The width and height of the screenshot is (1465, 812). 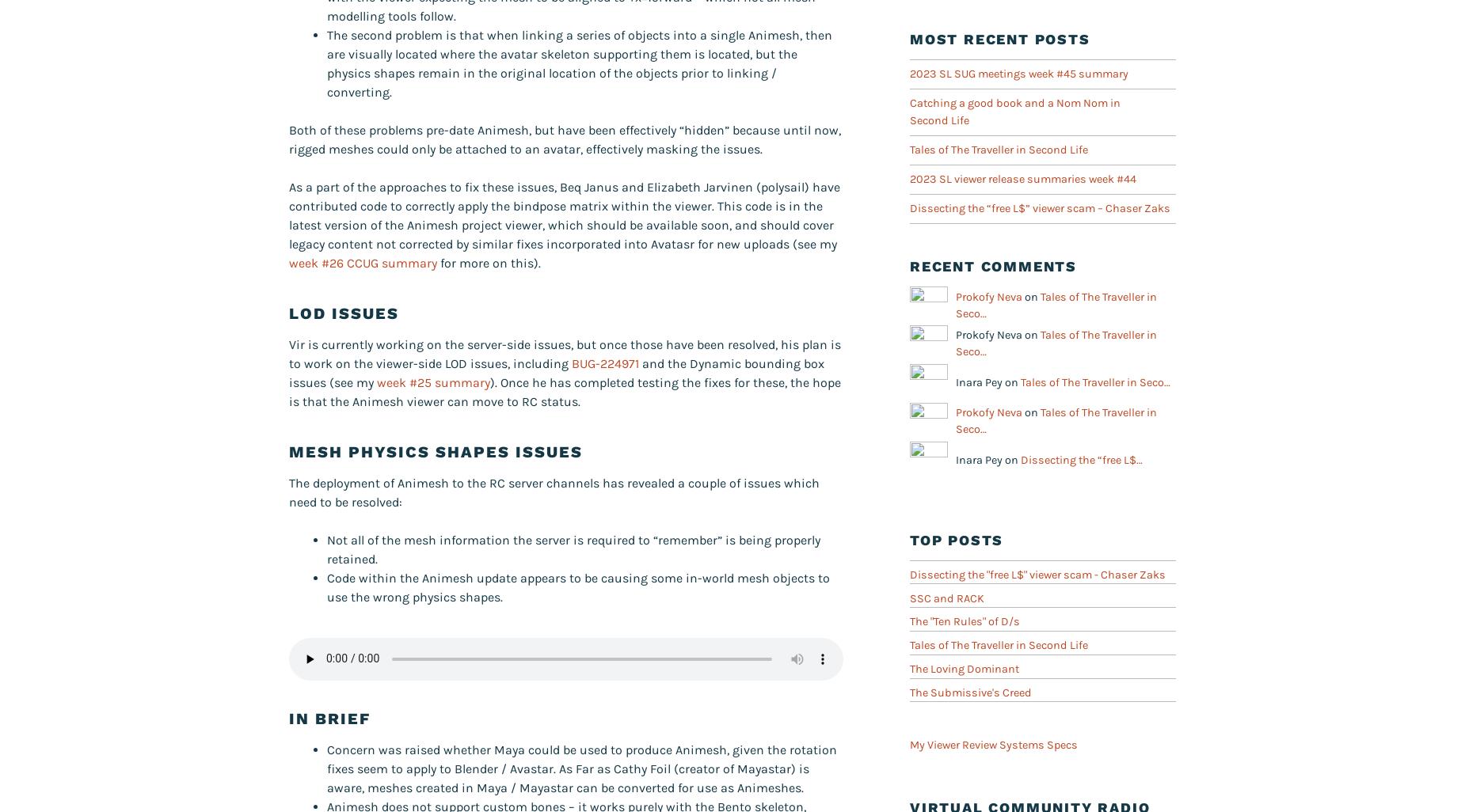 I want to click on 'Tales of The Traveller in Second Life', so click(x=998, y=148).